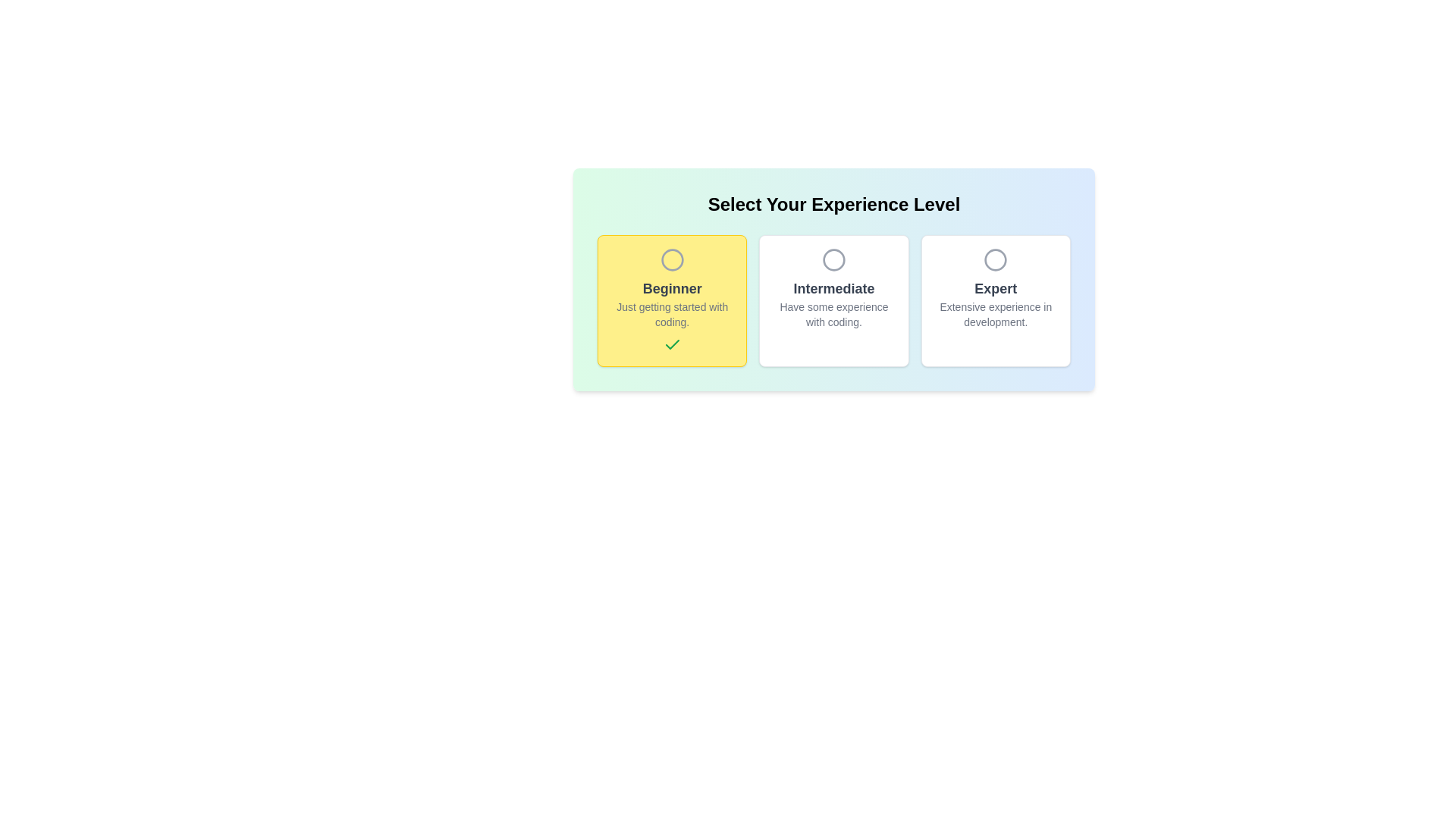  I want to click on the static text that reads 'Just getting started with coding.' located beneath the 'Beginner' label in the yellow-highlighted section, so click(671, 314).